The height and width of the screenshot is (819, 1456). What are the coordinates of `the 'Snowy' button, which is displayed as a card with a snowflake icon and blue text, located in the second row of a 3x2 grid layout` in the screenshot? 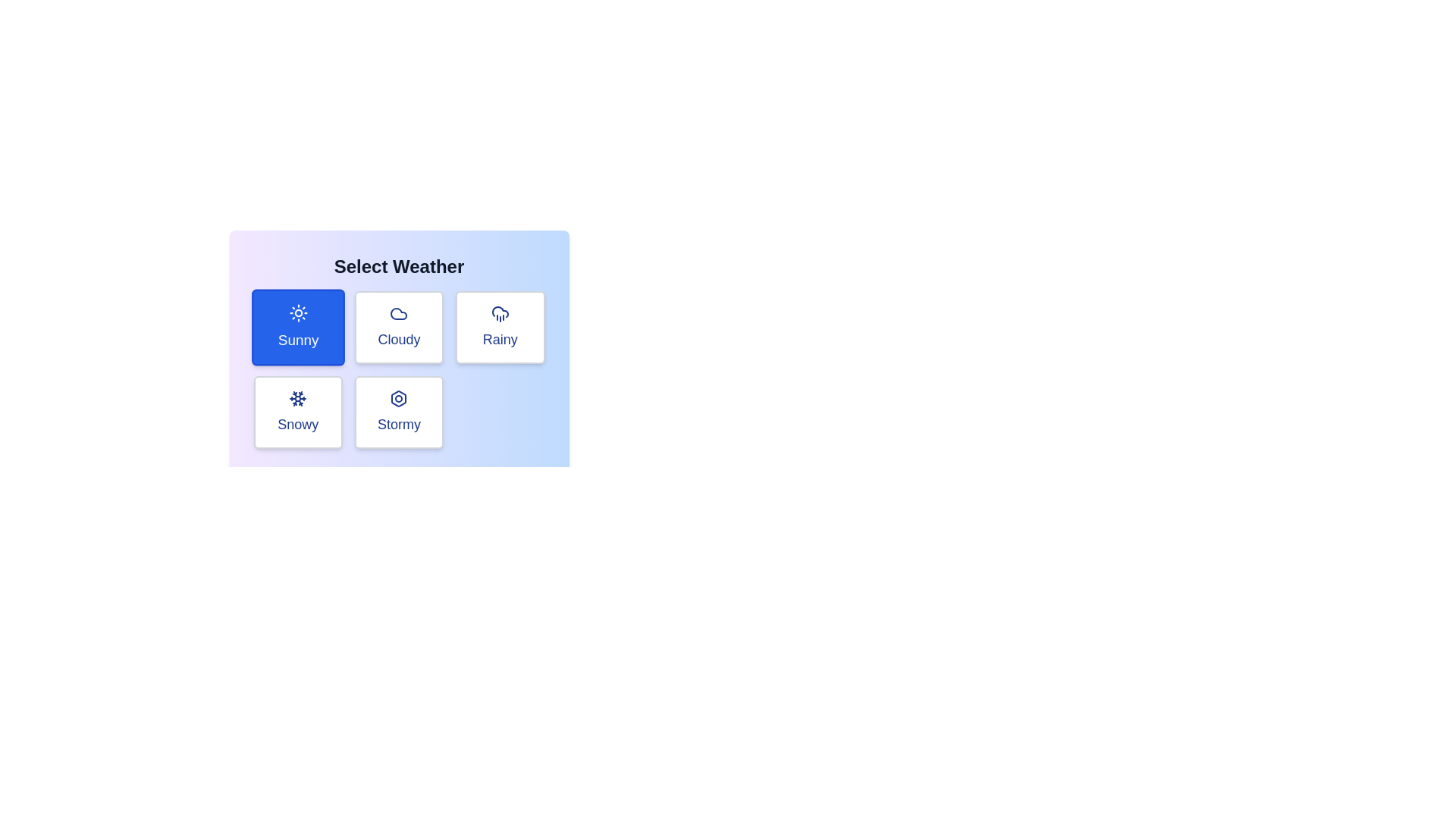 It's located at (298, 412).